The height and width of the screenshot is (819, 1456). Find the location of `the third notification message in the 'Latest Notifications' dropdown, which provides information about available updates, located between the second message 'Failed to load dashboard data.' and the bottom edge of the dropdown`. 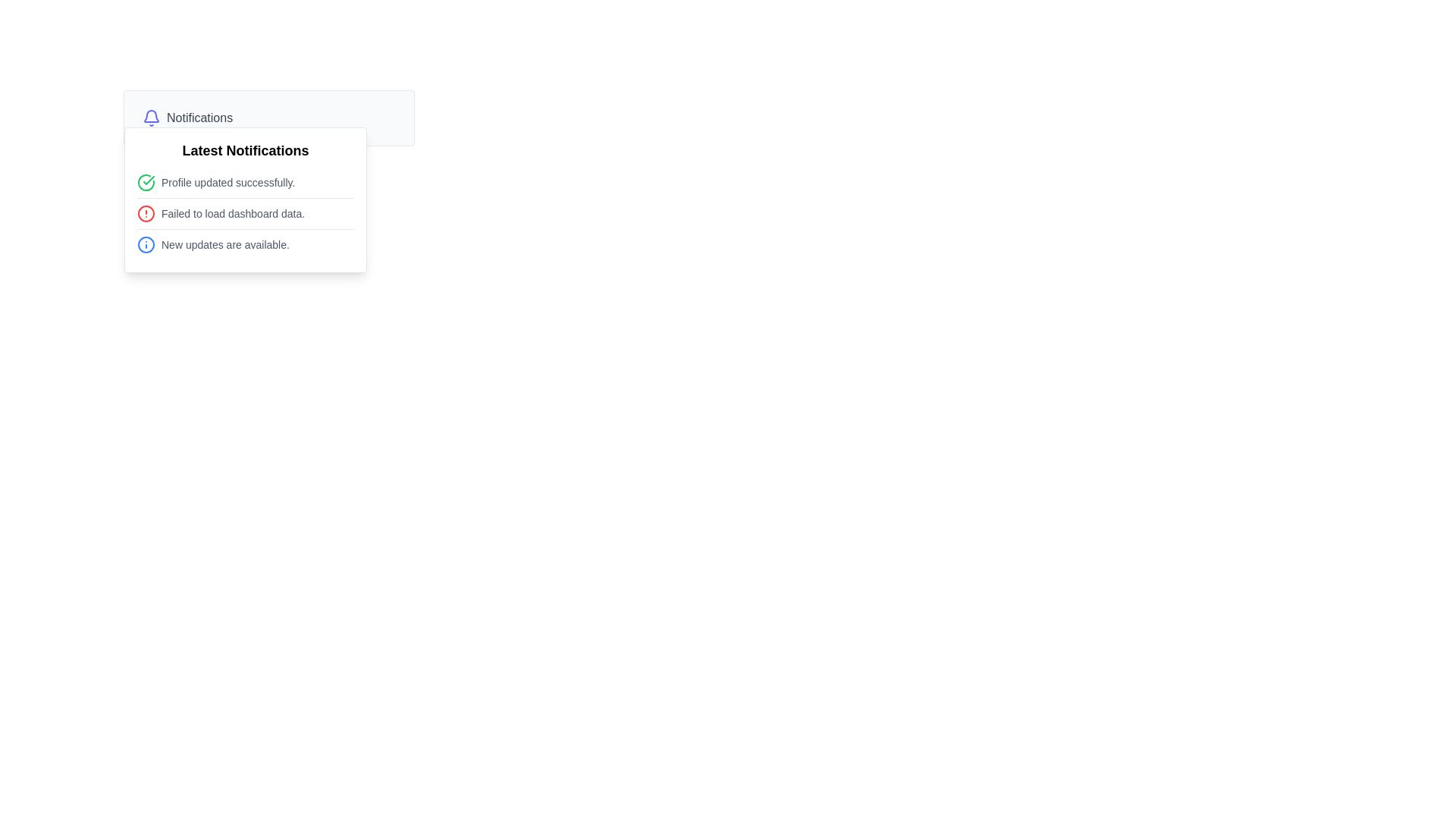

the third notification message in the 'Latest Notifications' dropdown, which provides information about available updates, located between the second message 'Failed to load dashboard data.' and the bottom edge of the dropdown is located at coordinates (224, 244).